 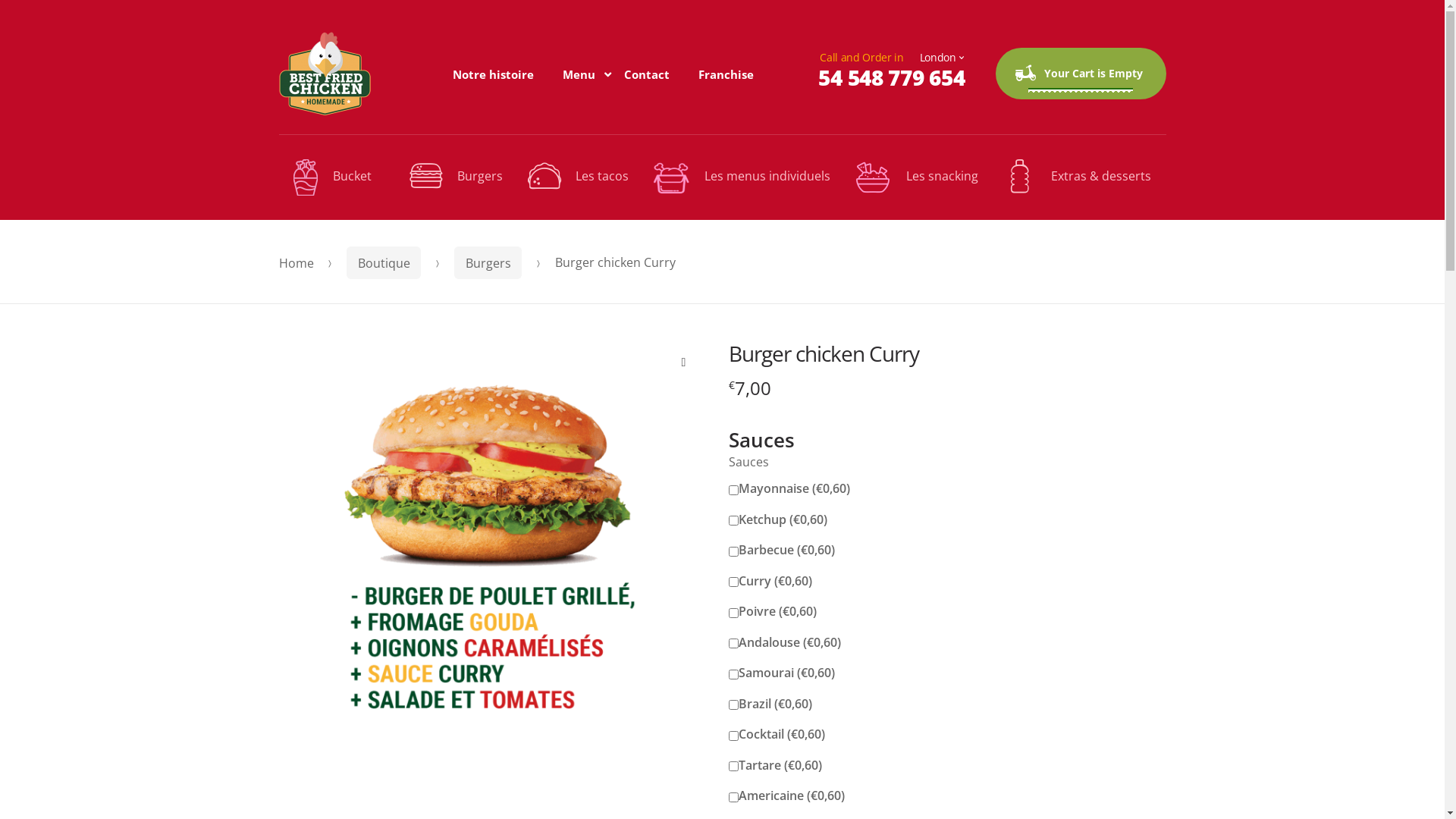 I want to click on 'Notre histoire', so click(x=493, y=73).